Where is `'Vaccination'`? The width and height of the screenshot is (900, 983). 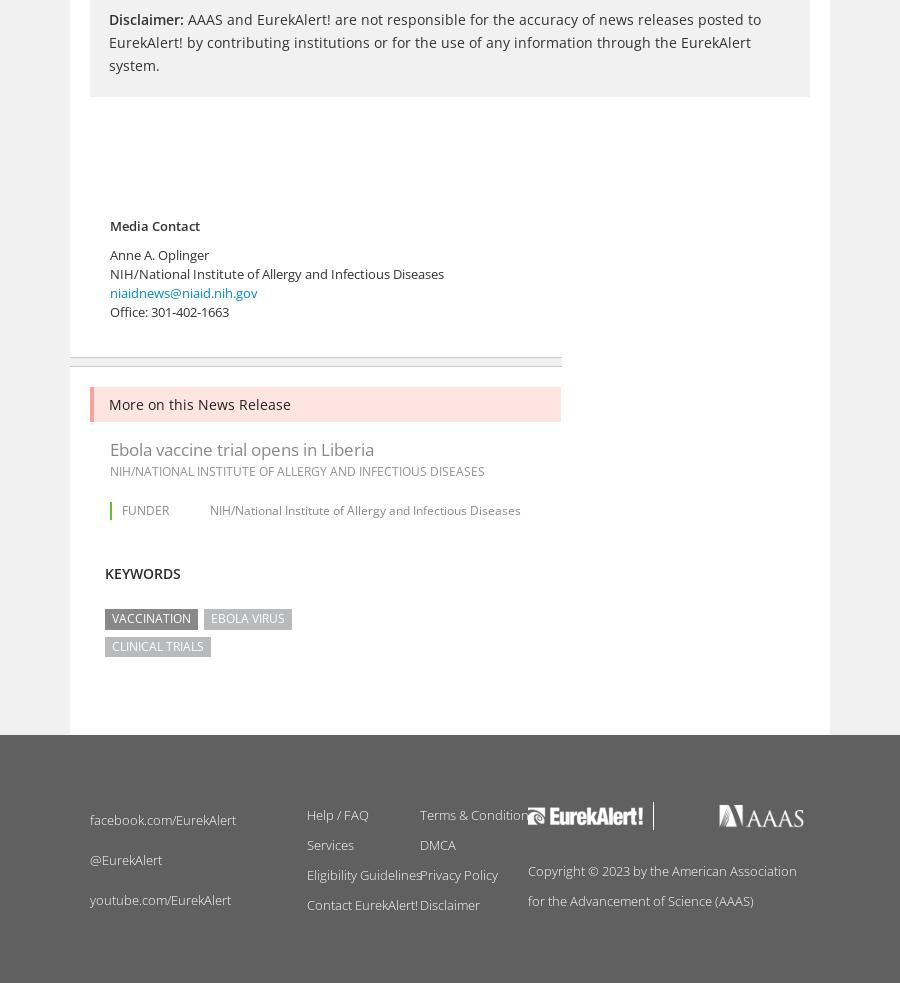
'Vaccination' is located at coordinates (110, 618).